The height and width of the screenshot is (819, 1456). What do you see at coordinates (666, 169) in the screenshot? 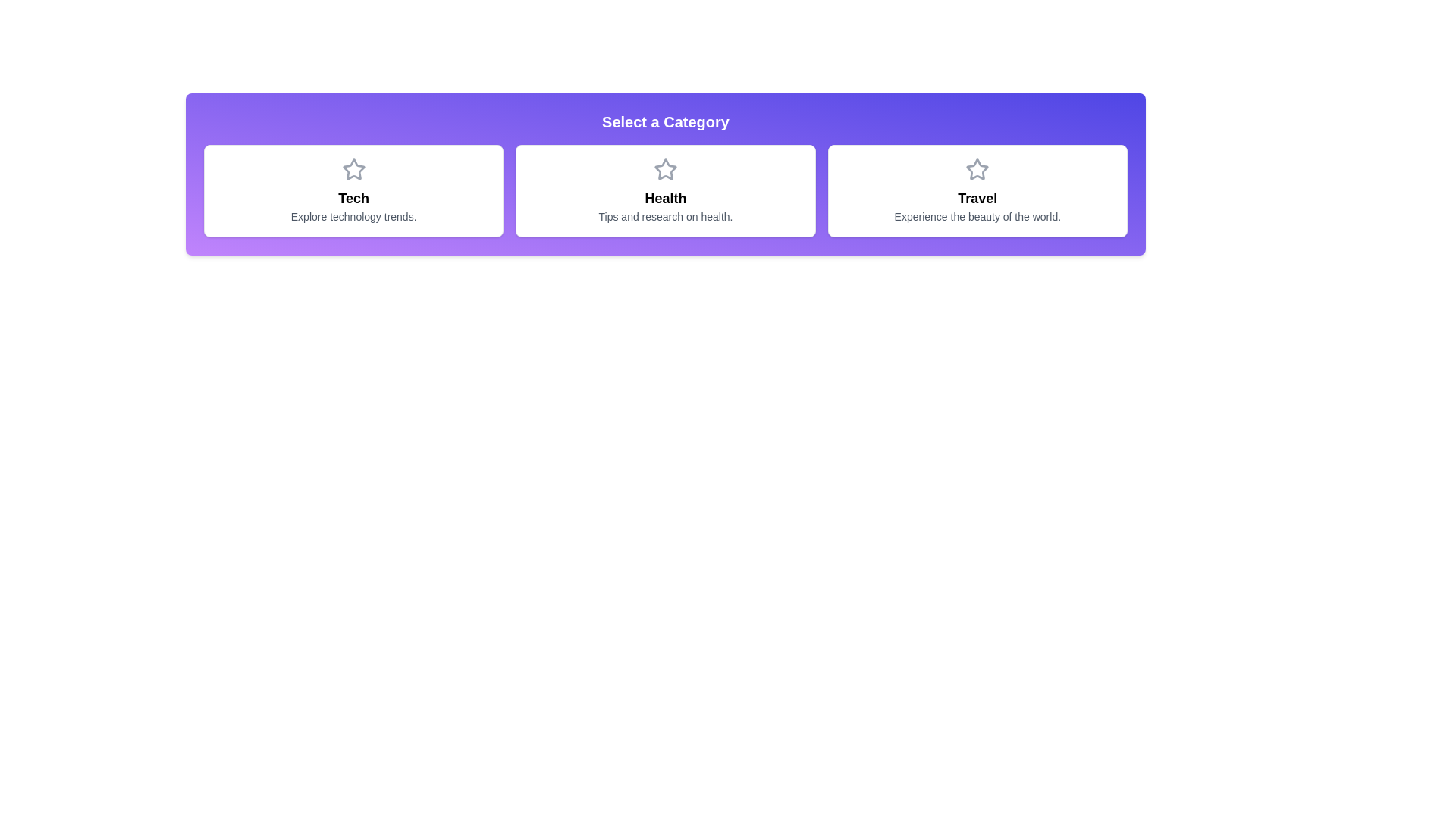
I see `the second star-shaped outline icon in the Health category` at bounding box center [666, 169].